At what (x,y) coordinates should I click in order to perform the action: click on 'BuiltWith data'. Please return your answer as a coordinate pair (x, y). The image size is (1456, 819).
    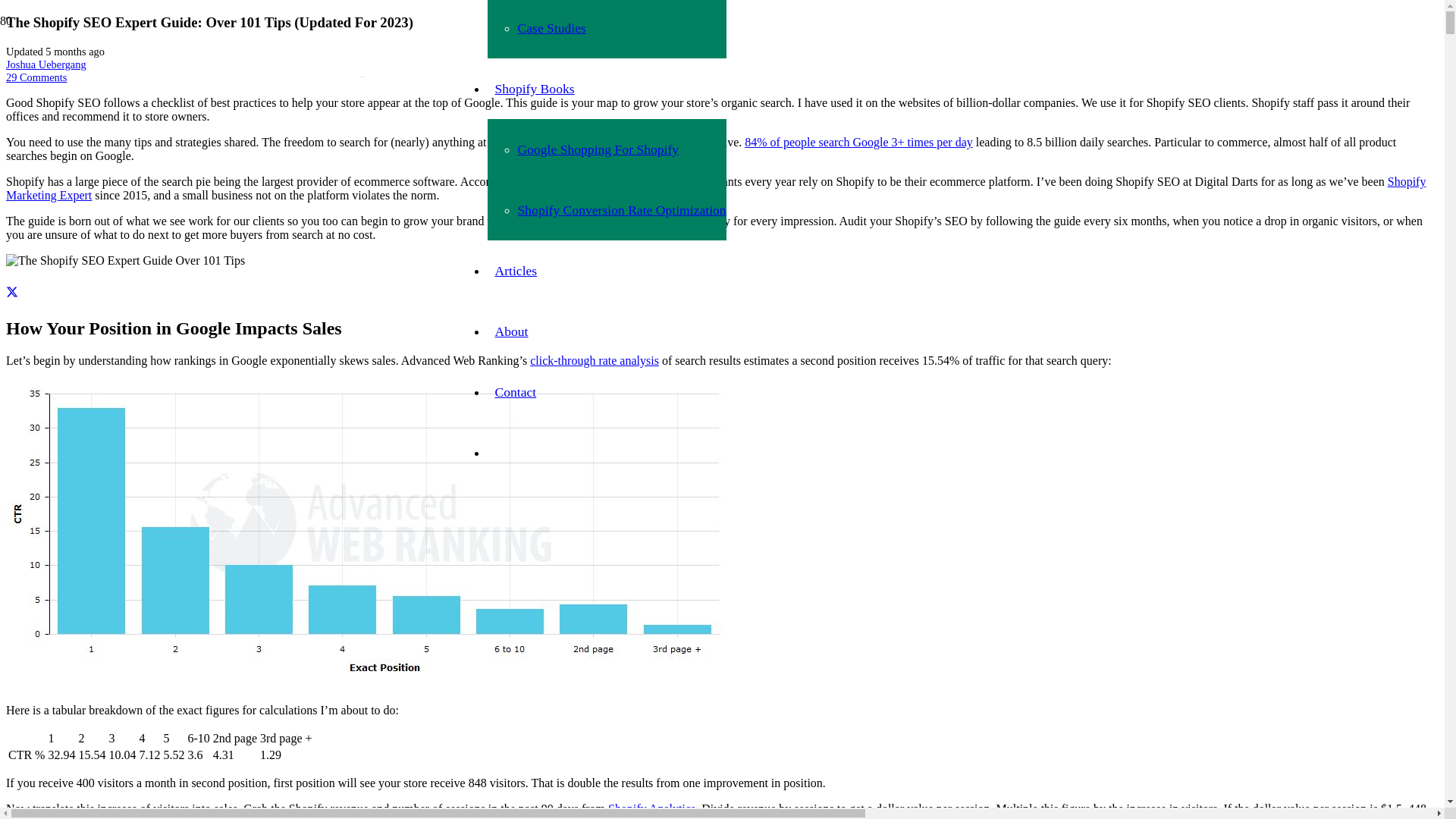
    Looking at the image, I should click on (562, 180).